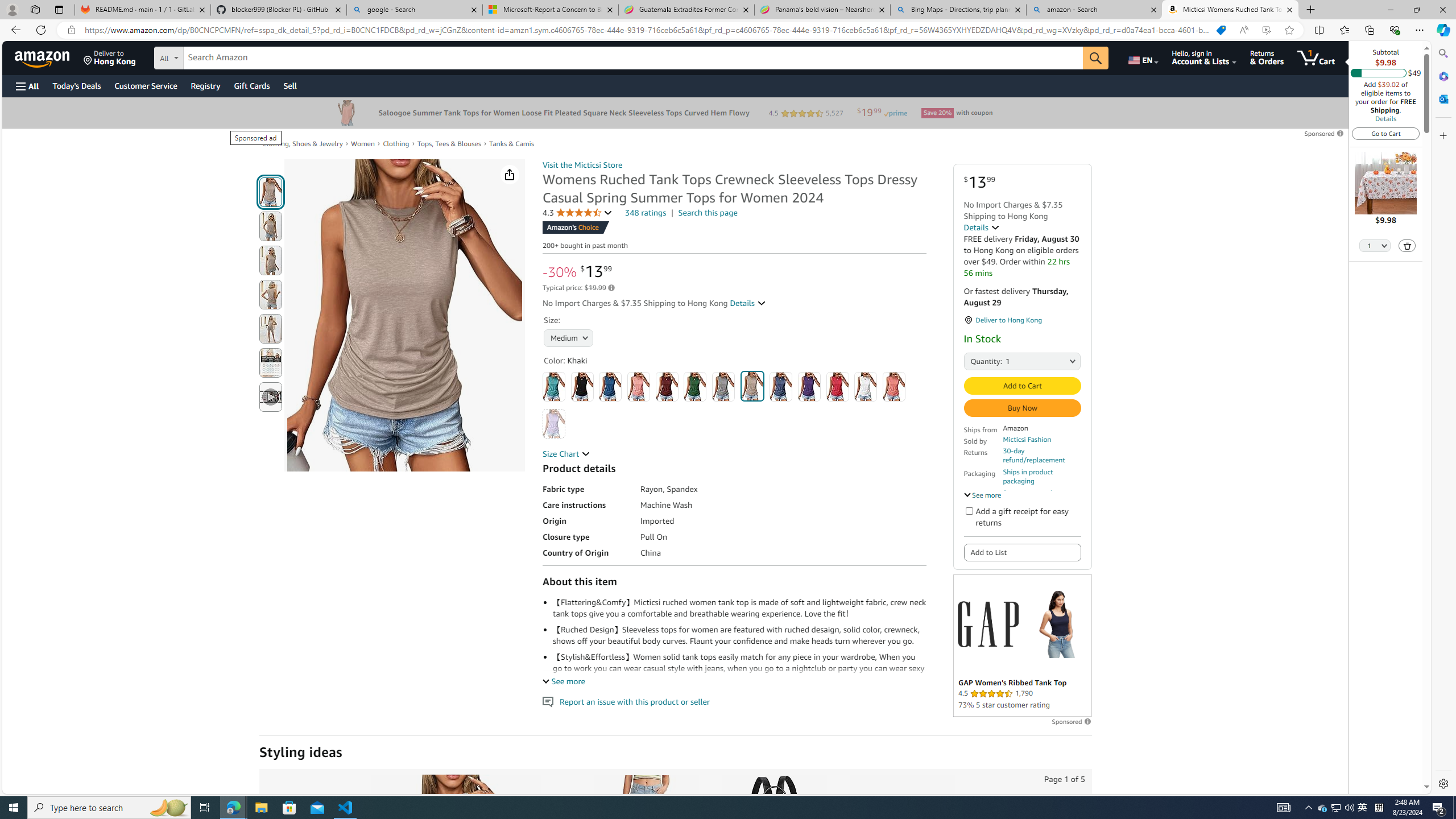 Image resolution: width=1456 pixels, height=819 pixels. I want to click on 'Grey', so click(723, 386).